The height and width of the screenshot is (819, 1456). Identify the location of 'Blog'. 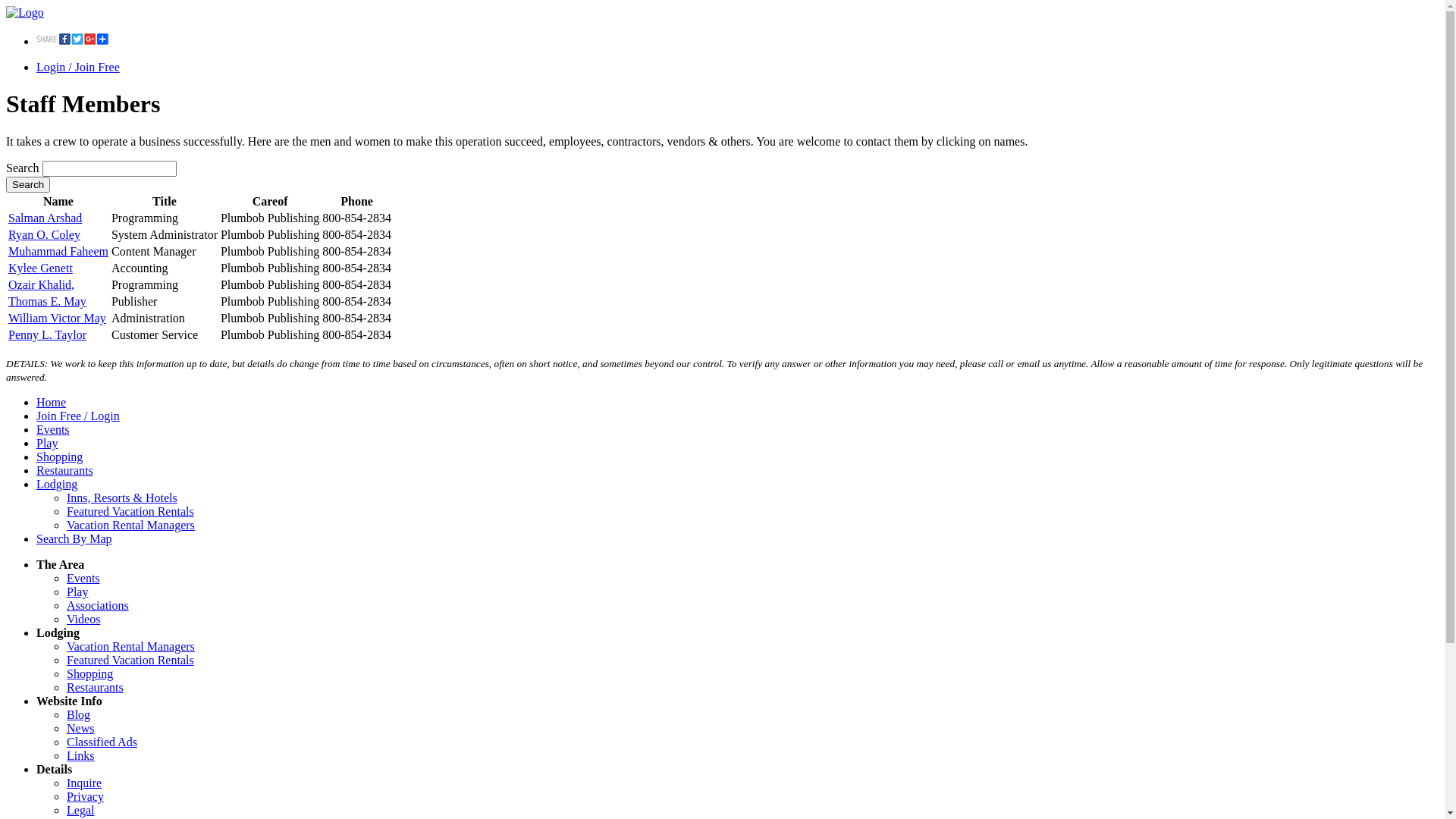
(77, 714).